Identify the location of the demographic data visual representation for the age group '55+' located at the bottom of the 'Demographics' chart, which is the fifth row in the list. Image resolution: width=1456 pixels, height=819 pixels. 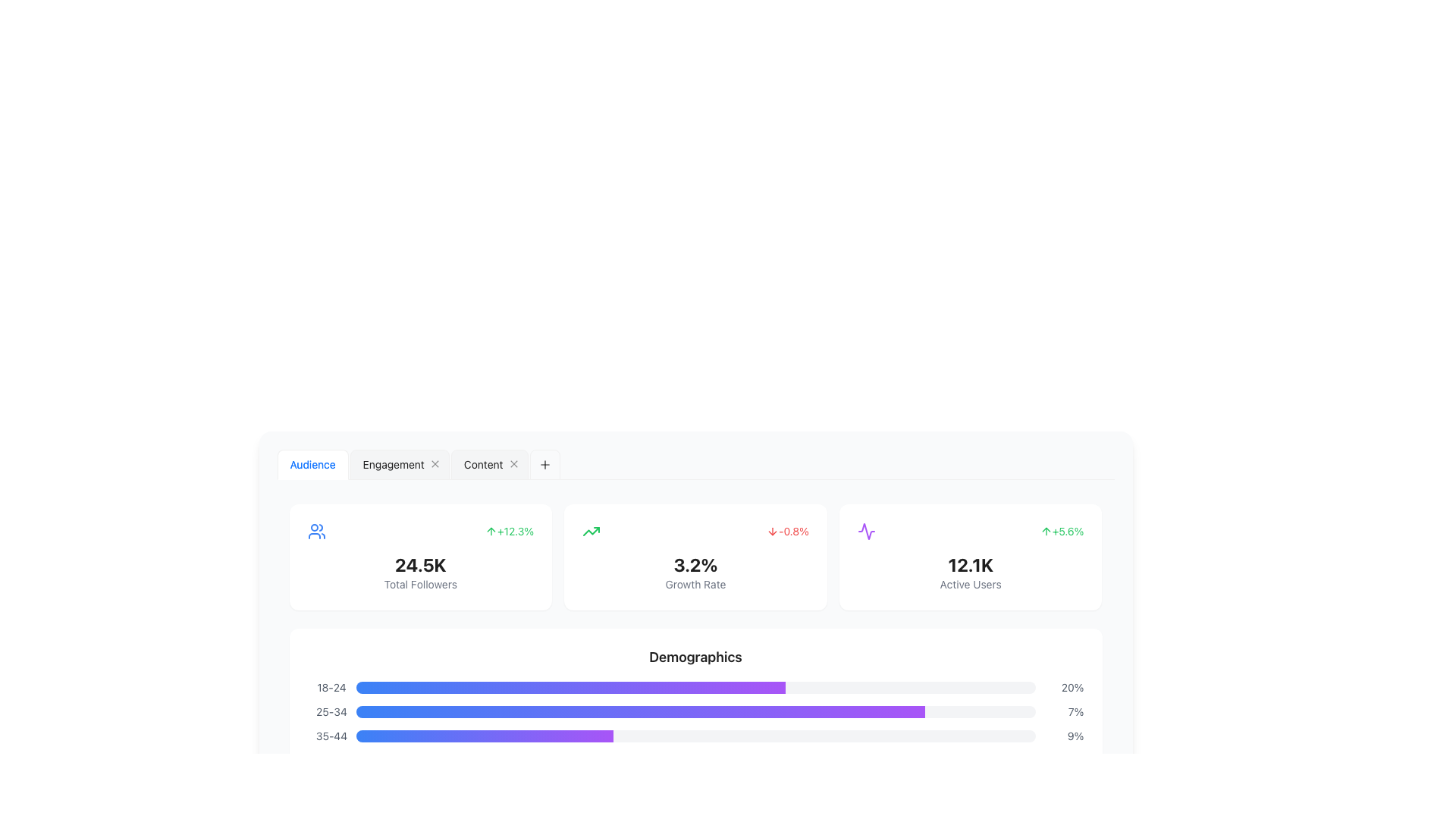
(695, 784).